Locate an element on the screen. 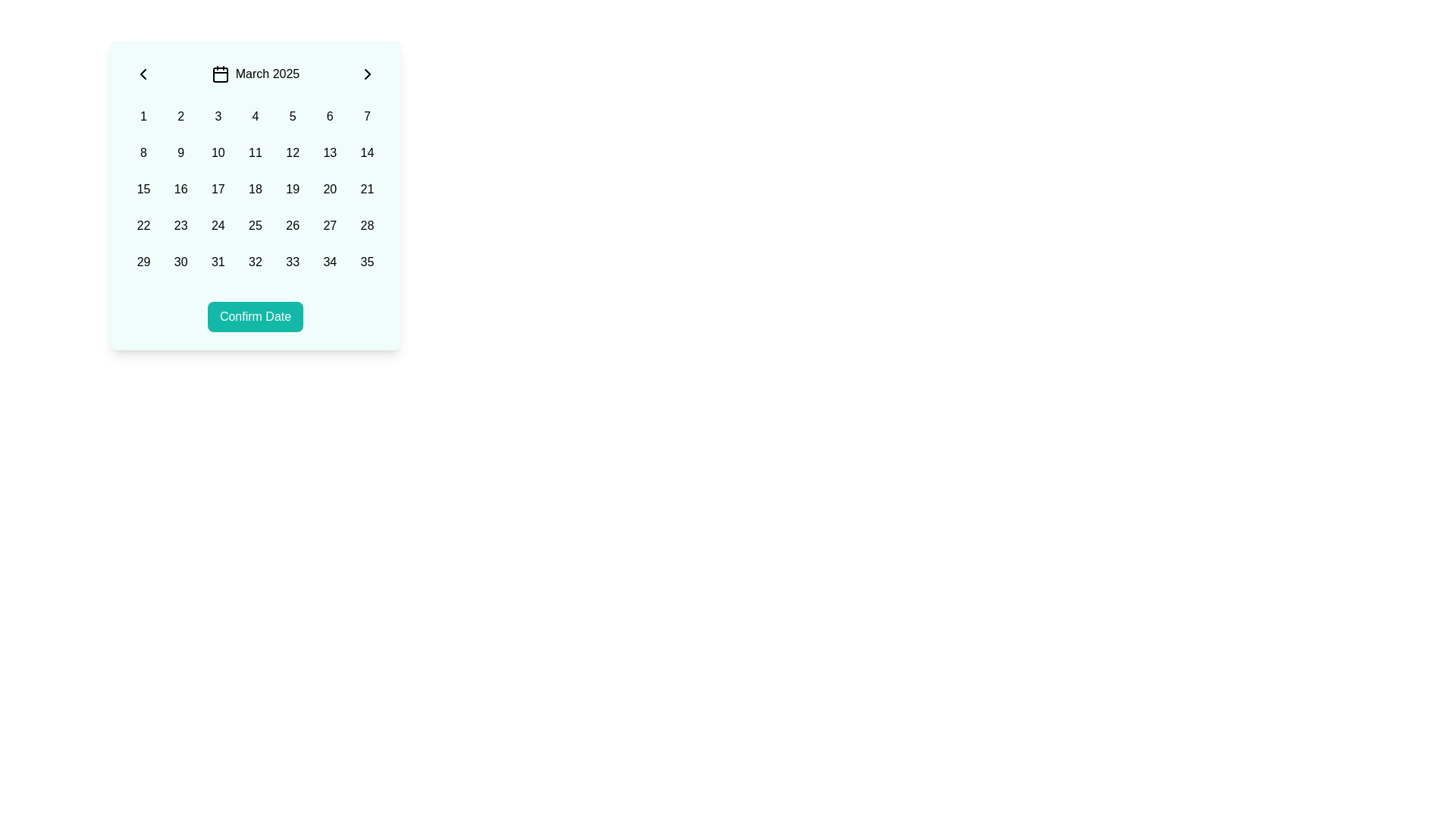  the calendar icon located to the left of the 'March 2025' label to interact with the calendar is located at coordinates (219, 74).